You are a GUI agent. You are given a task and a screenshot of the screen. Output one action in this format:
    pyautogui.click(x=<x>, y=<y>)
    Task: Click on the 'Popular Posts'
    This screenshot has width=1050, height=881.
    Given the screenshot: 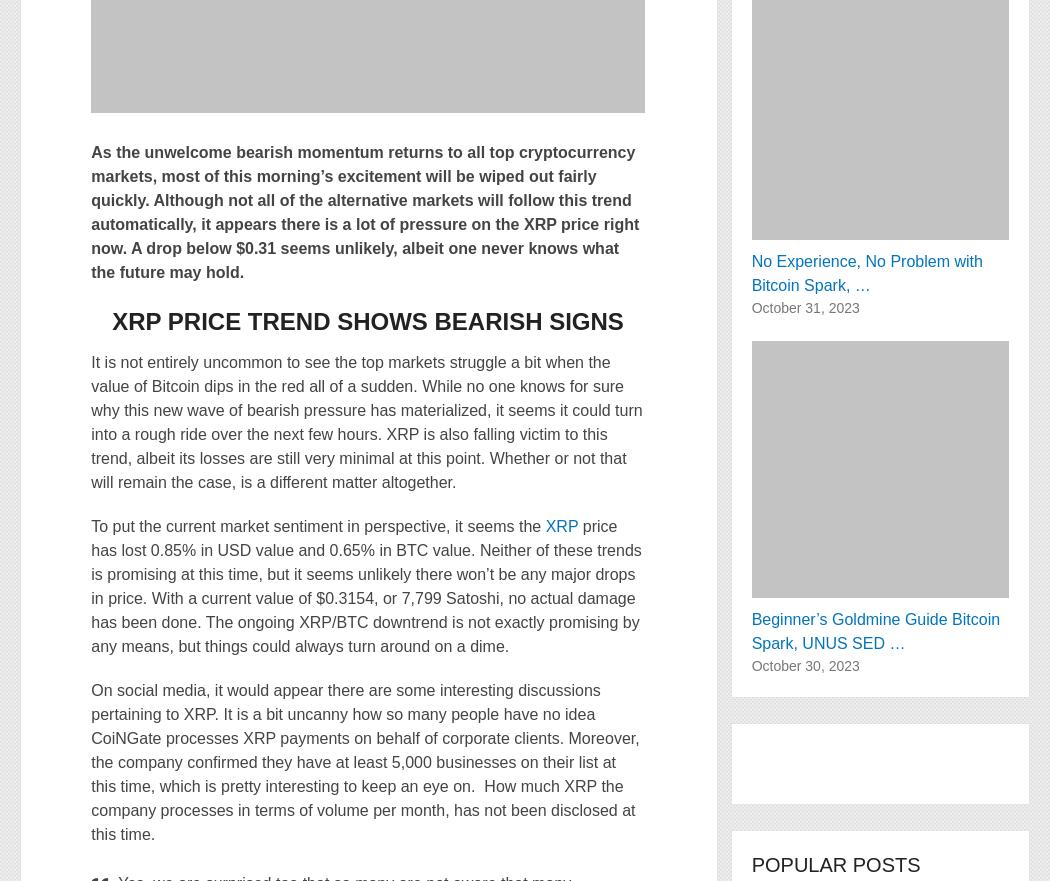 What is the action you would take?
    pyautogui.click(x=835, y=864)
    